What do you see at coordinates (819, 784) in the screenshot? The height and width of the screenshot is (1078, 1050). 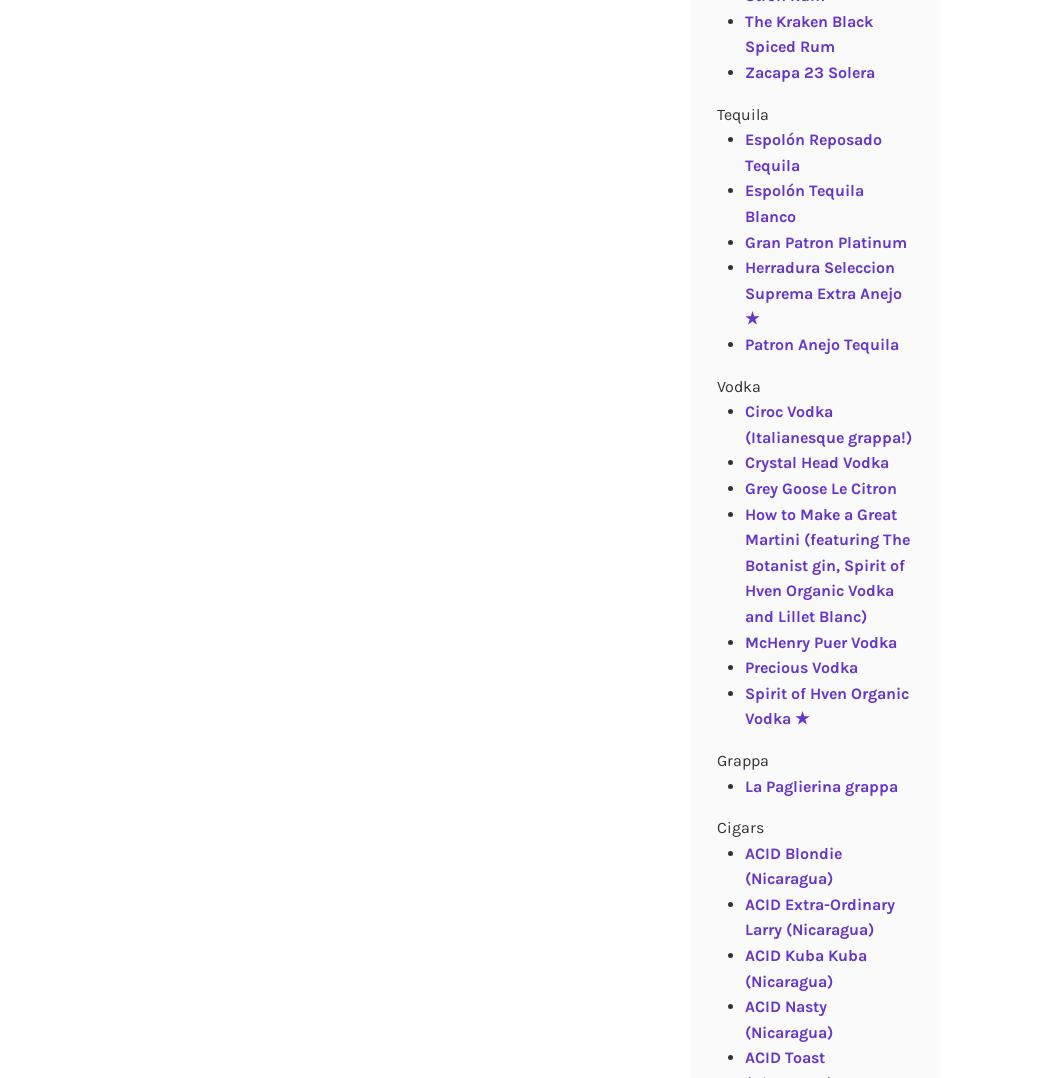 I see `'La Paglierina grappa'` at bounding box center [819, 784].